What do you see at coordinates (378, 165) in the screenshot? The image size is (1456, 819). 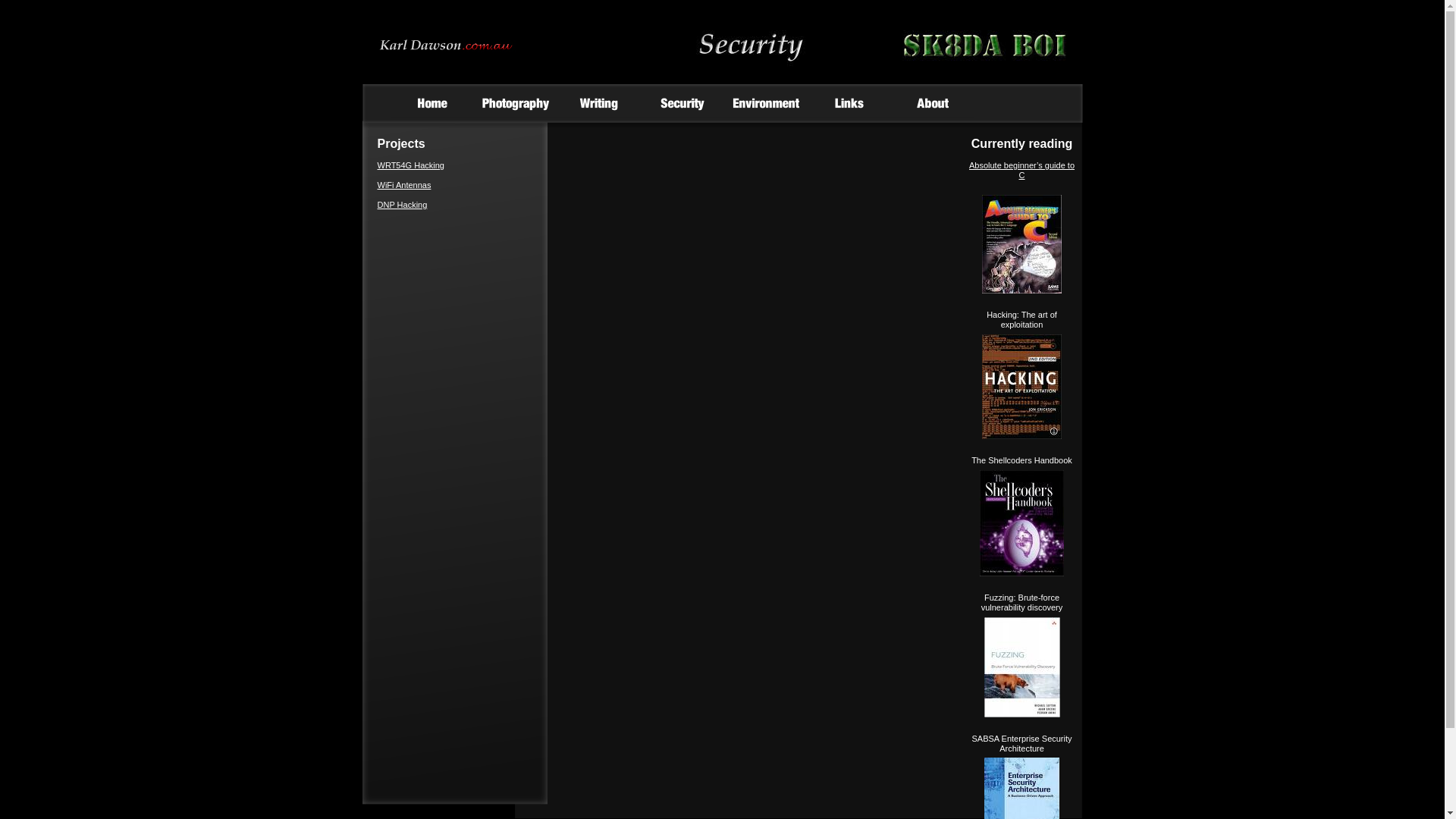 I see `'WRT54G Hacking'` at bounding box center [378, 165].